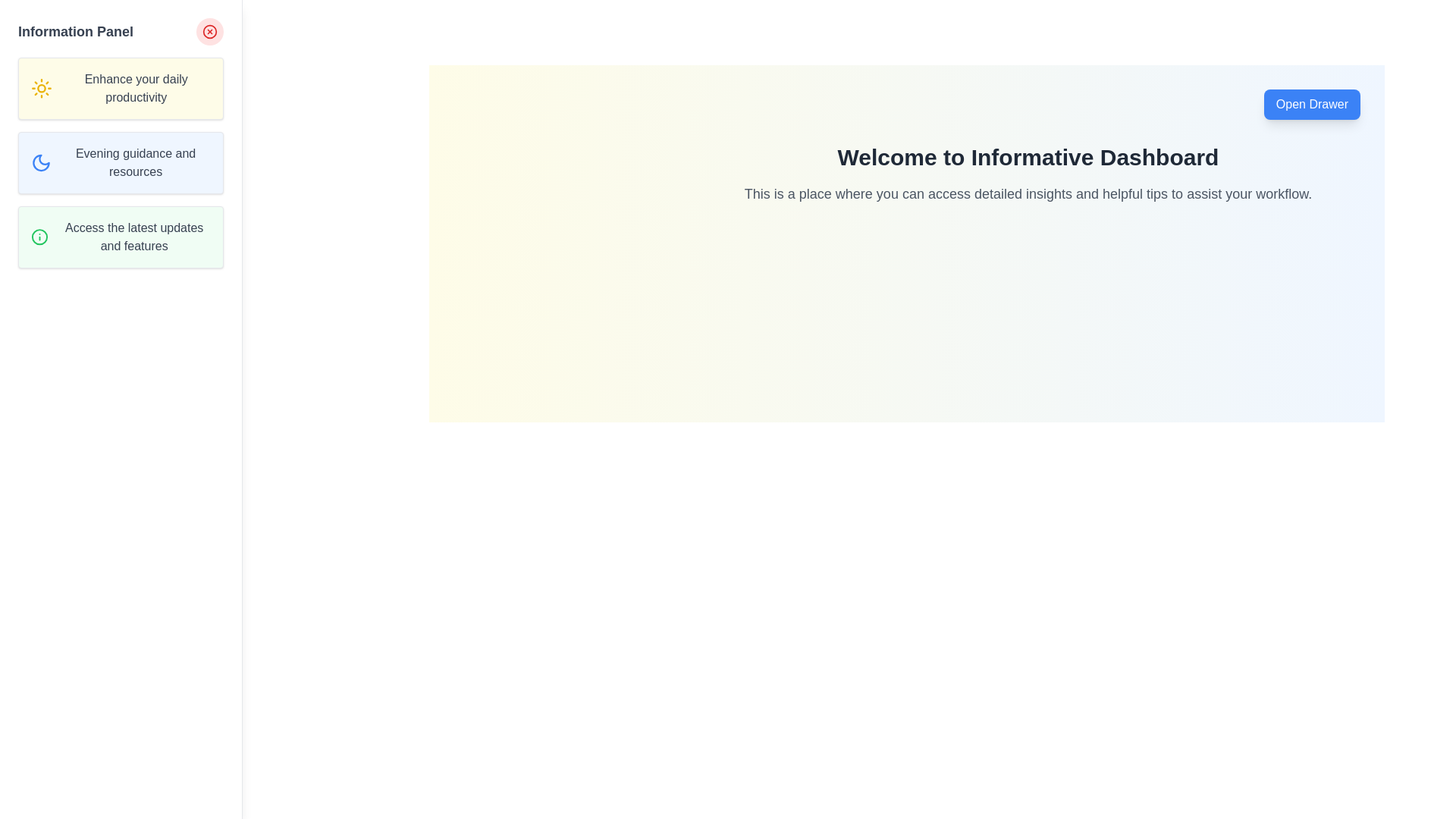 This screenshot has width=1456, height=819. Describe the element at coordinates (42, 88) in the screenshot. I see `the decorative sun icon located at the top left corner of the 'Information Panel' under the 'Enhance your daily productivity' card in the left sidebar` at that location.